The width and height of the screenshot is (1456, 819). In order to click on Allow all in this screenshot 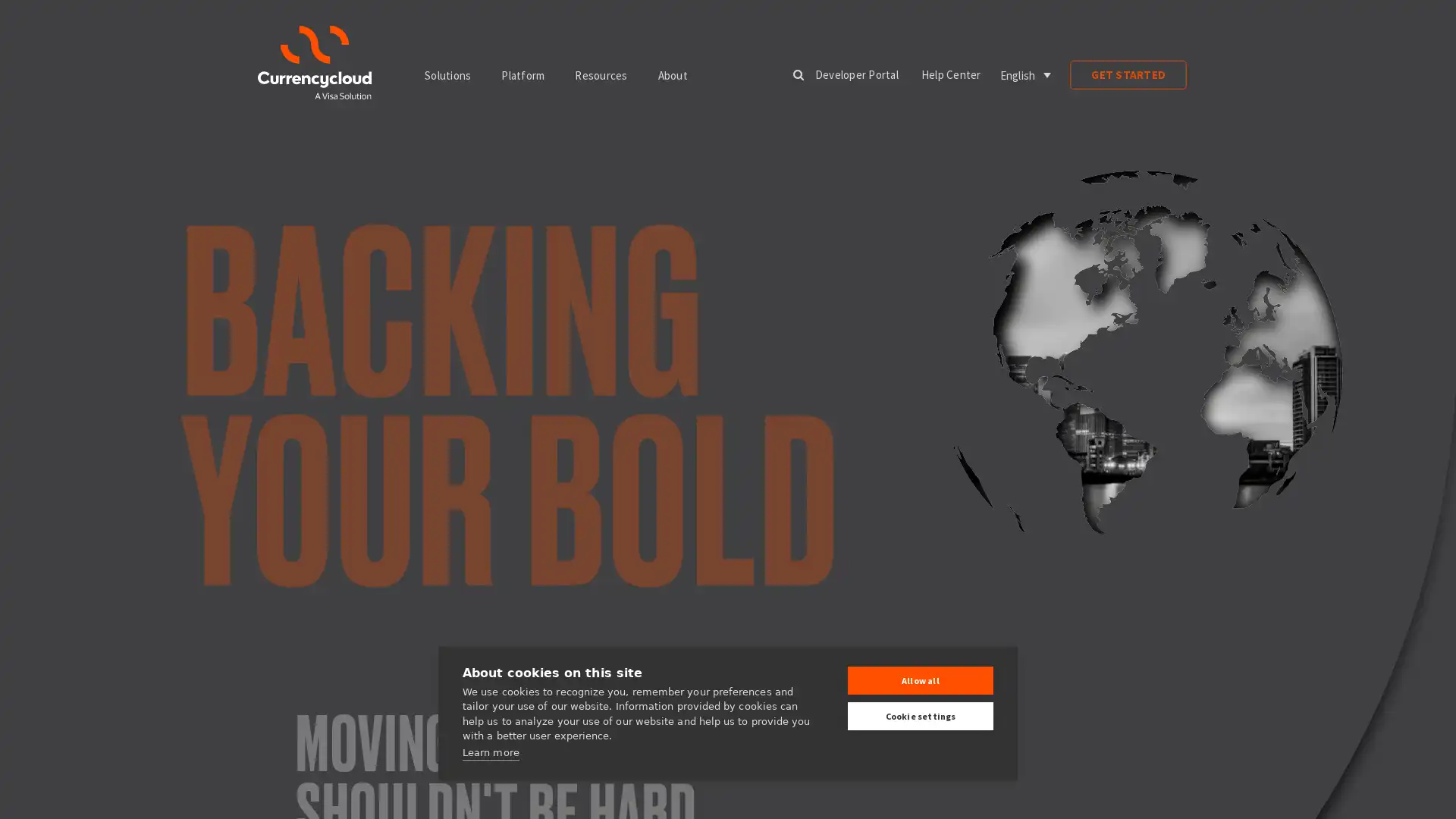, I will do `click(920, 679)`.